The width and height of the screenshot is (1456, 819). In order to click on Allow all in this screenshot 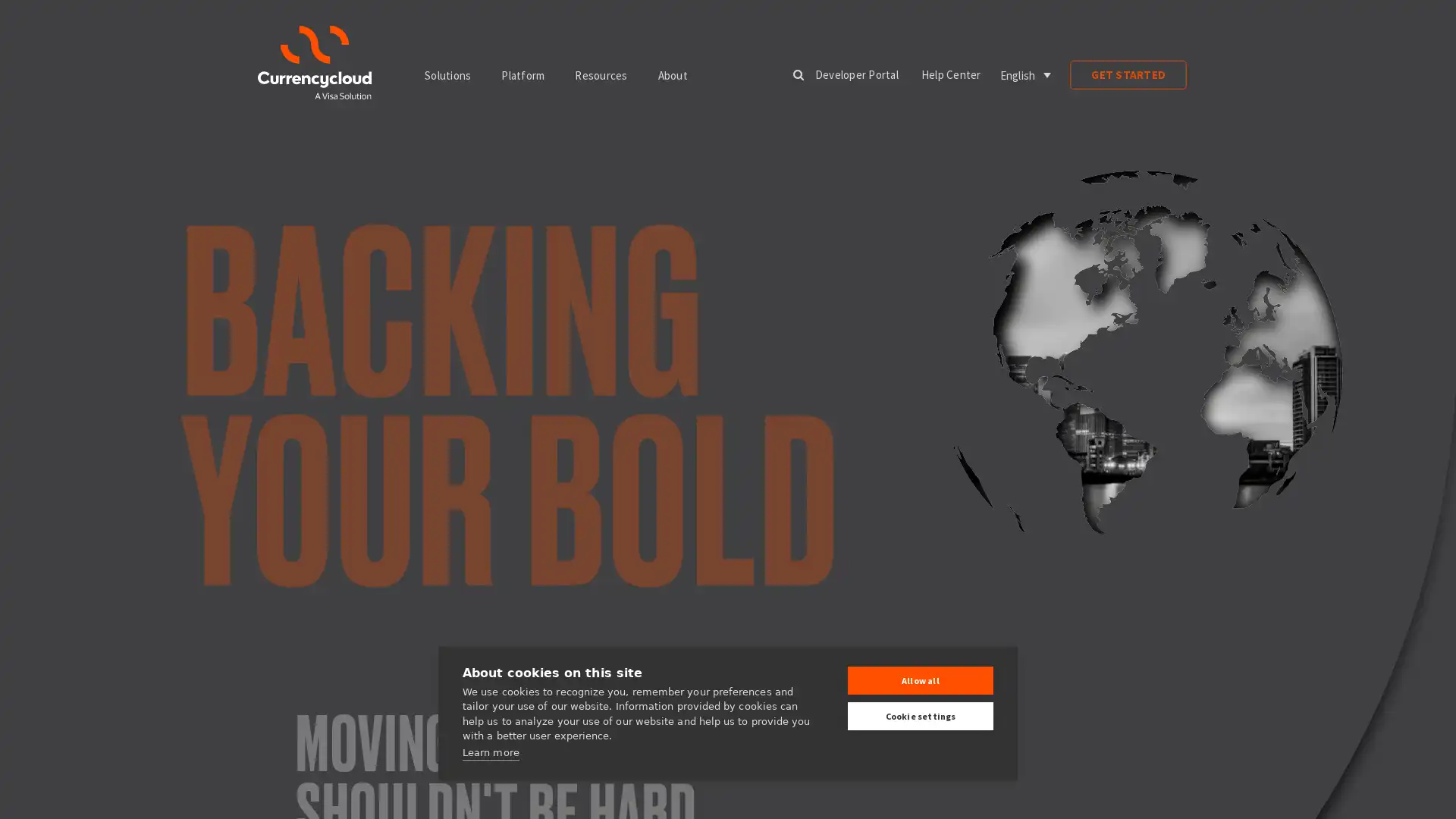, I will do `click(920, 679)`.